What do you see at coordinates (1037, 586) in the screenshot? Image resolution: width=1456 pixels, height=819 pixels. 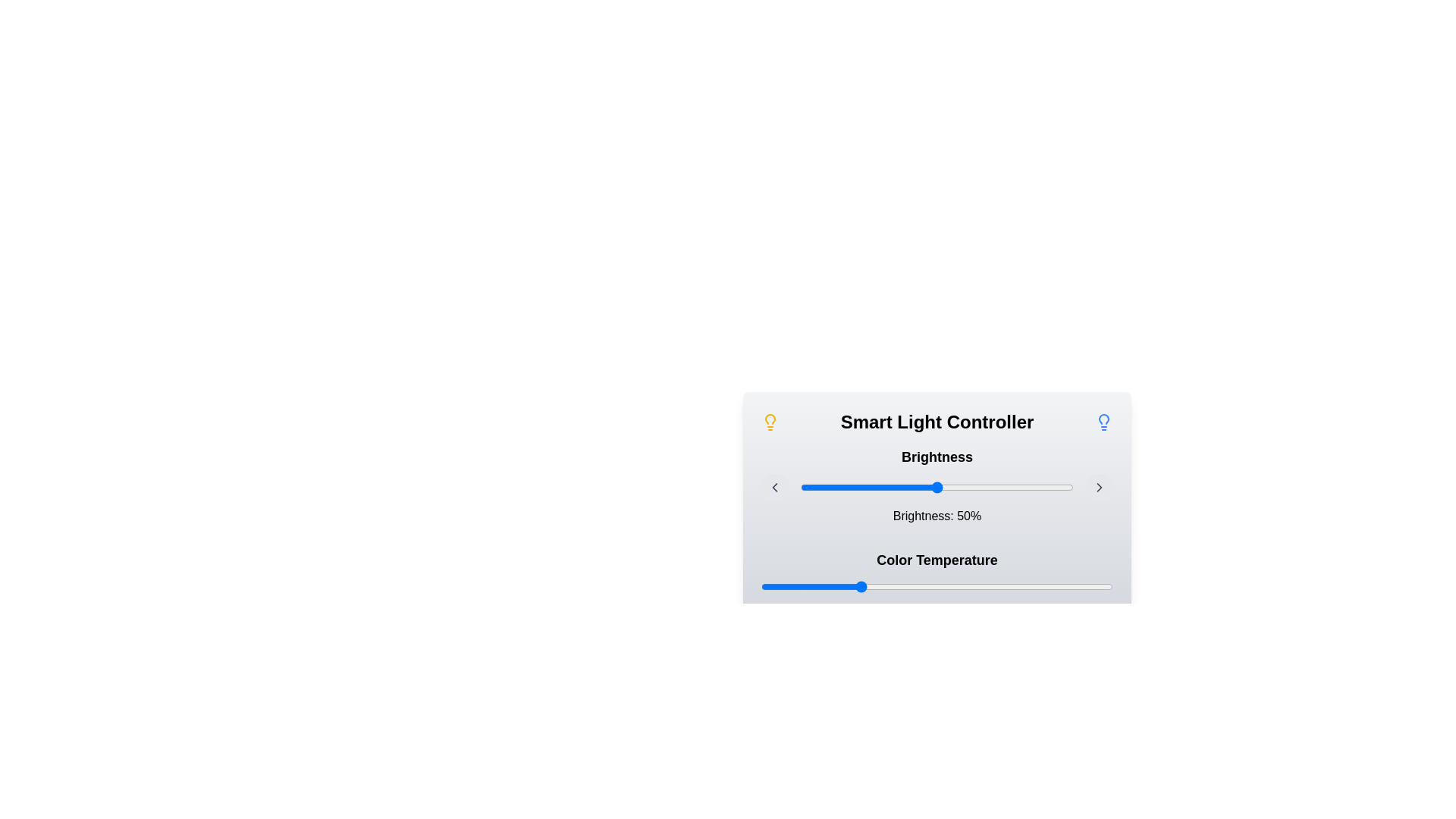 I see `color temperature` at bounding box center [1037, 586].